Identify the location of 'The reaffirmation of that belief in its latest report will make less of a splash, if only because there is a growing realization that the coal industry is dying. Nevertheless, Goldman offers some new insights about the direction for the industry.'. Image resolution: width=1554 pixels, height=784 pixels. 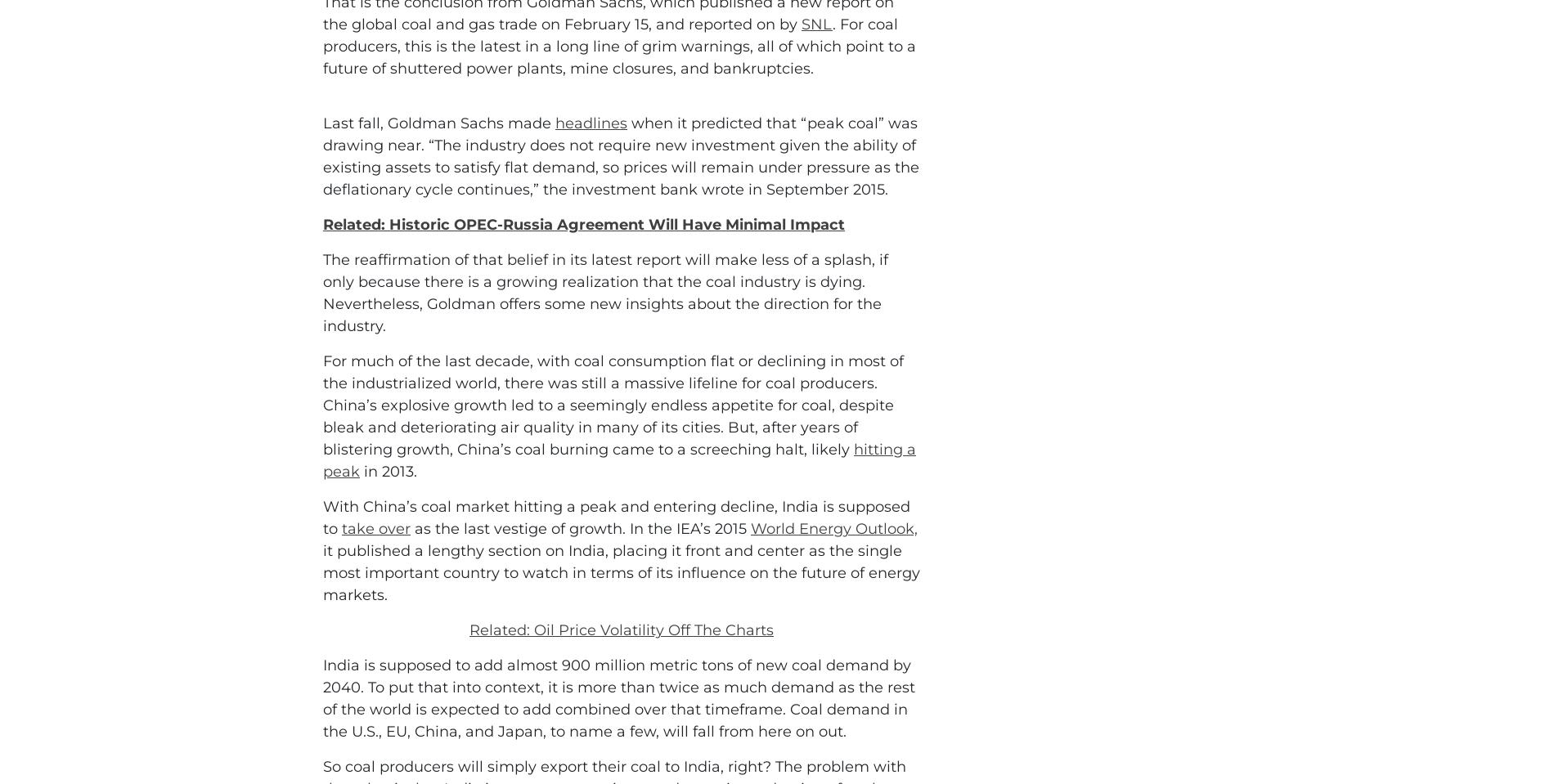
(604, 365).